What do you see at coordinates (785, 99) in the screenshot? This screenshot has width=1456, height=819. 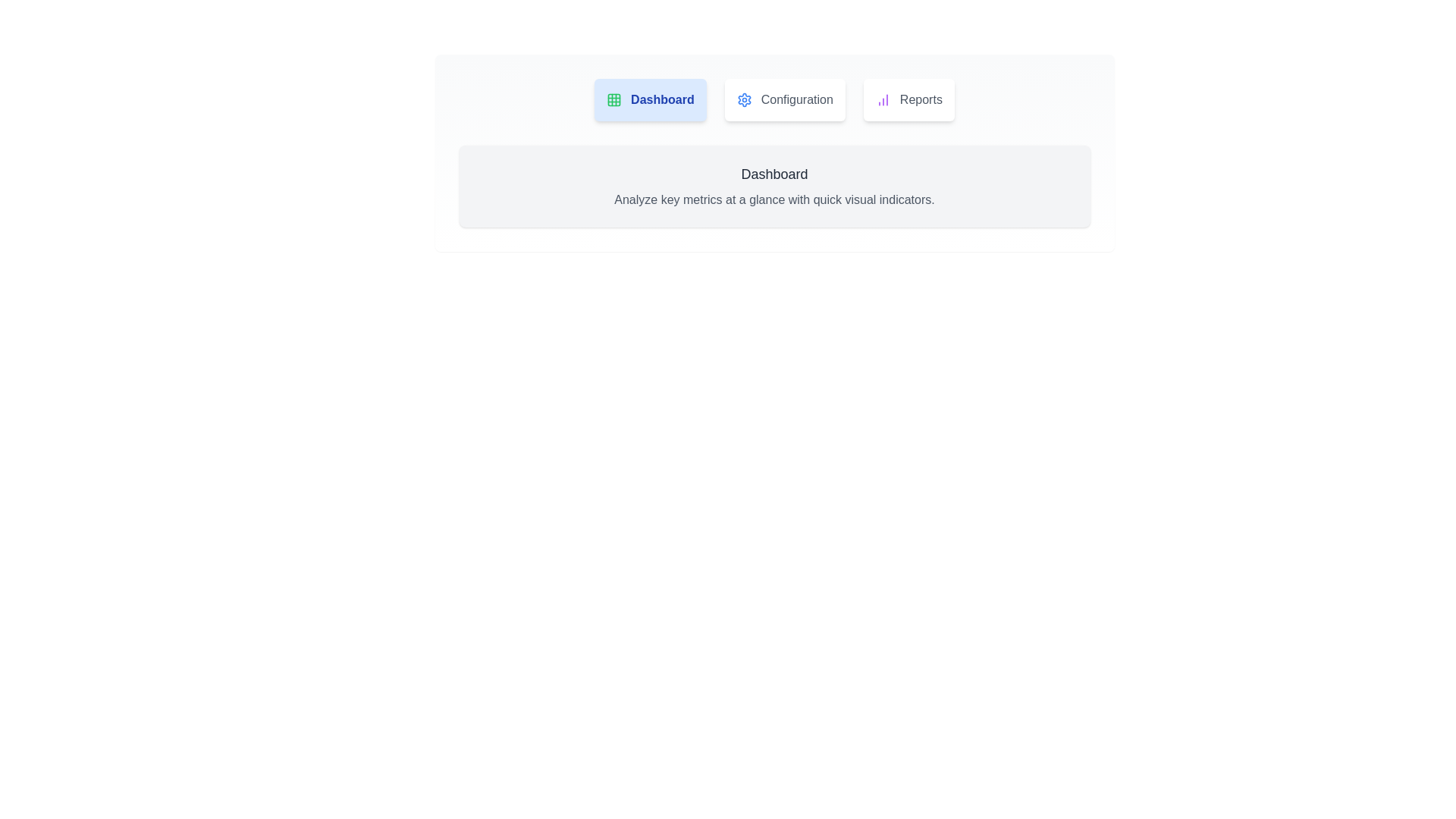 I see `the Configuration tab to switch to its content` at bounding box center [785, 99].